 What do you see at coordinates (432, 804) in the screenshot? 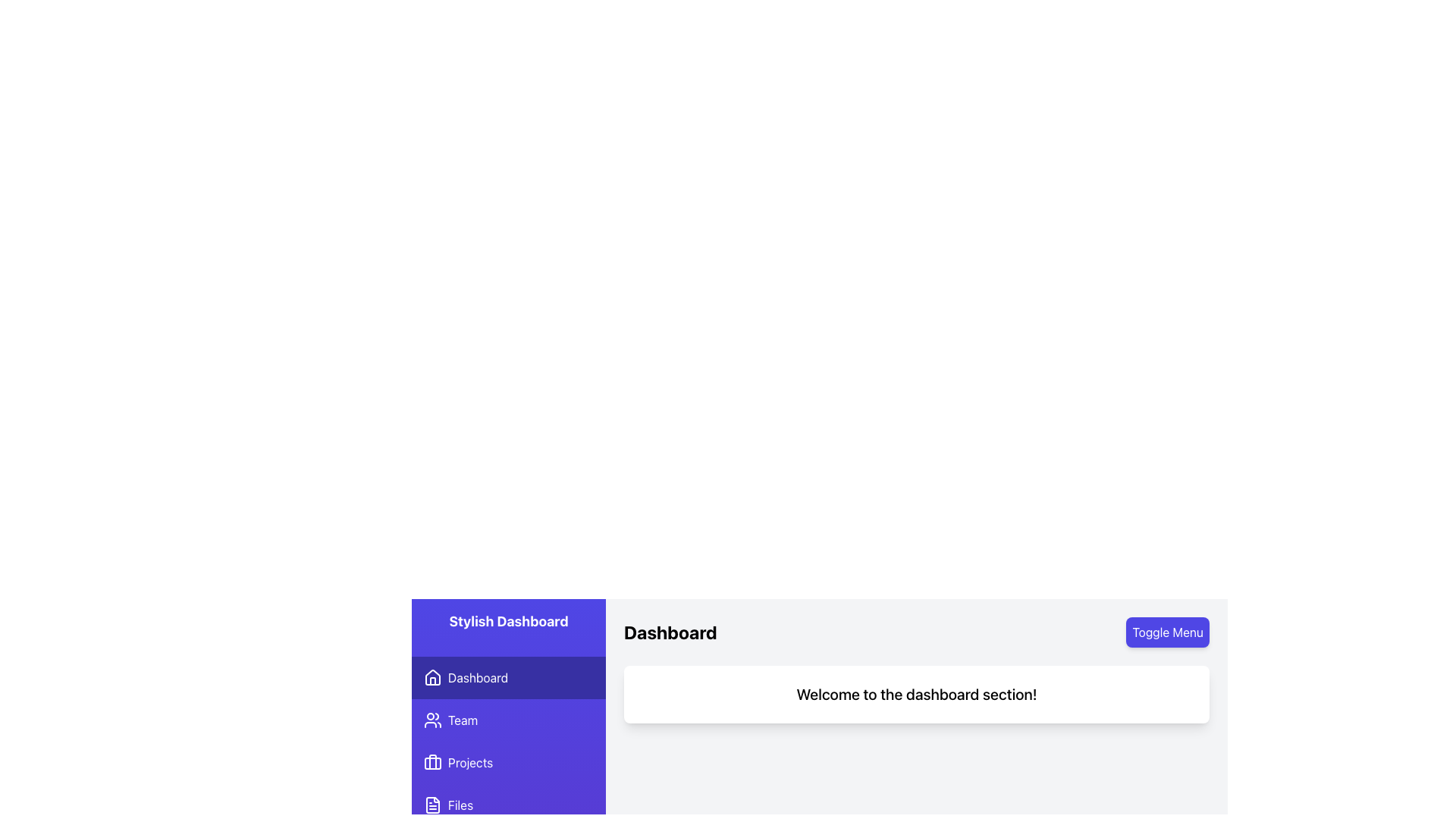
I see `the 'Files' icon in the bottom-most segment of the sidebar navigation menu` at bounding box center [432, 804].